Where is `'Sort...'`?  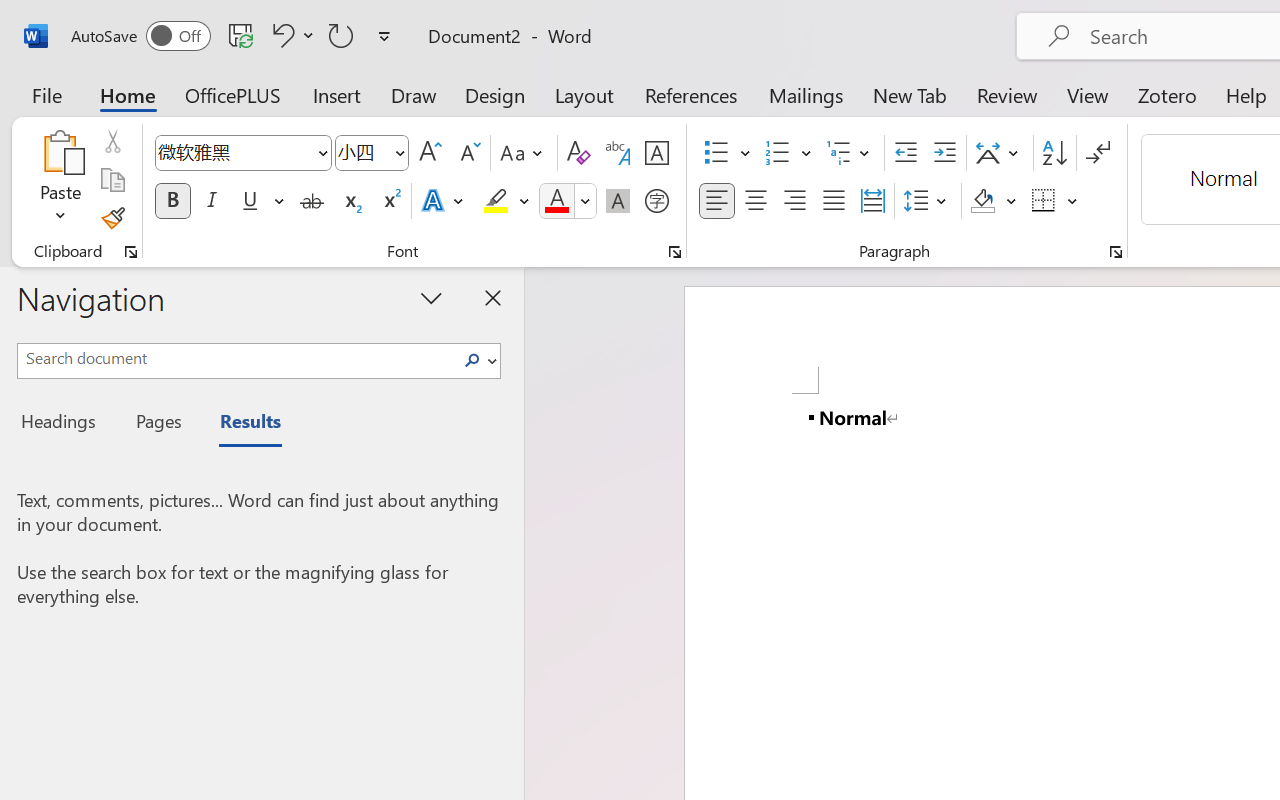
'Sort...' is located at coordinates (1053, 153).